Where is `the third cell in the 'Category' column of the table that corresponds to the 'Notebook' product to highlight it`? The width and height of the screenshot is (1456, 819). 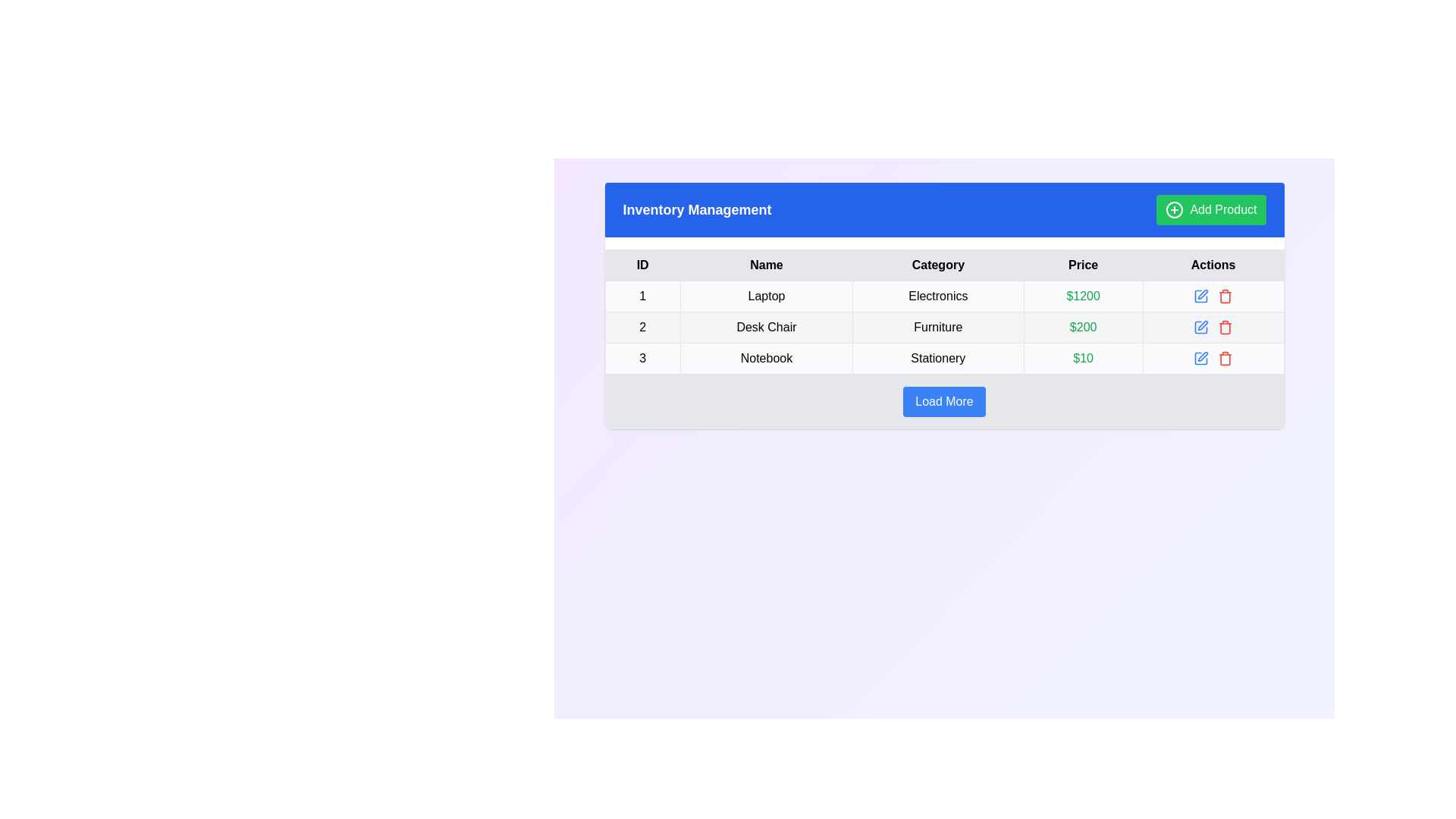 the third cell in the 'Category' column of the table that corresponds to the 'Notebook' product to highlight it is located at coordinates (937, 359).